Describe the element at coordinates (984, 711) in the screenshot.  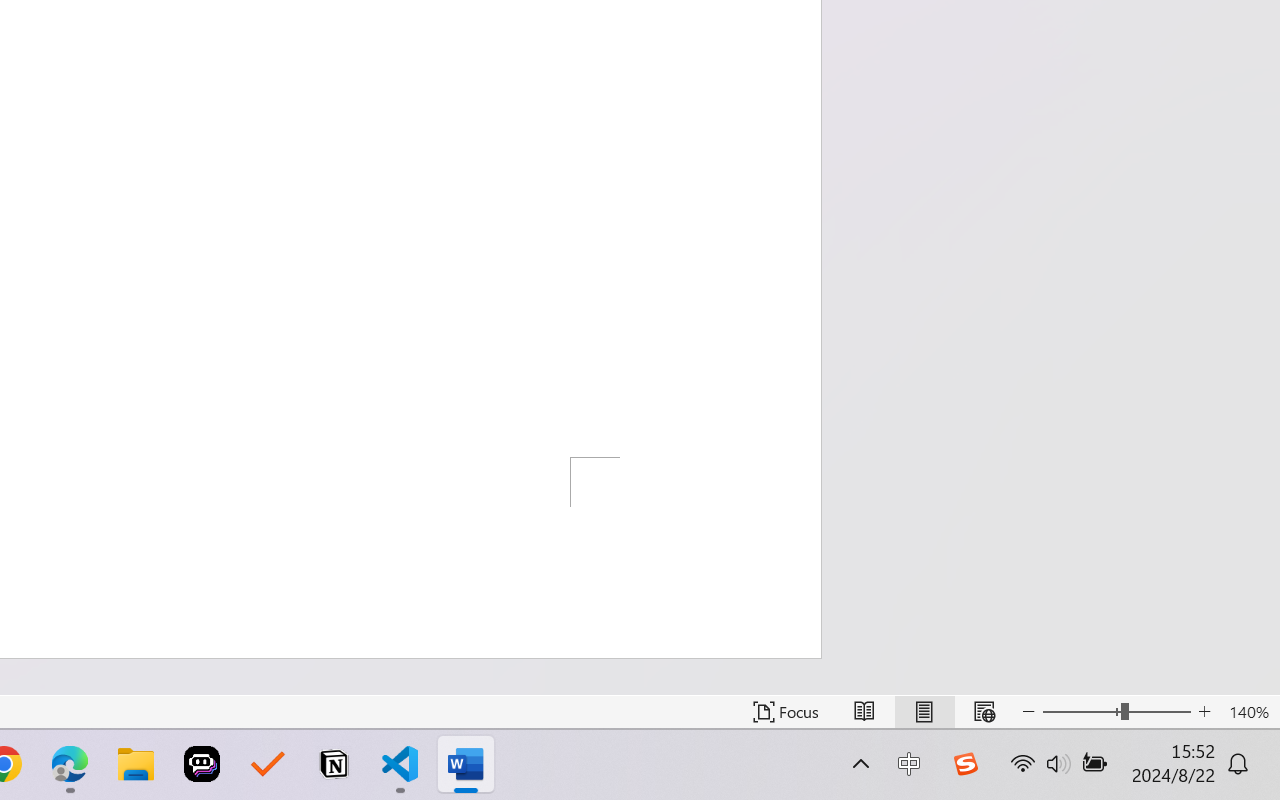
I see `'Web Layout'` at that location.